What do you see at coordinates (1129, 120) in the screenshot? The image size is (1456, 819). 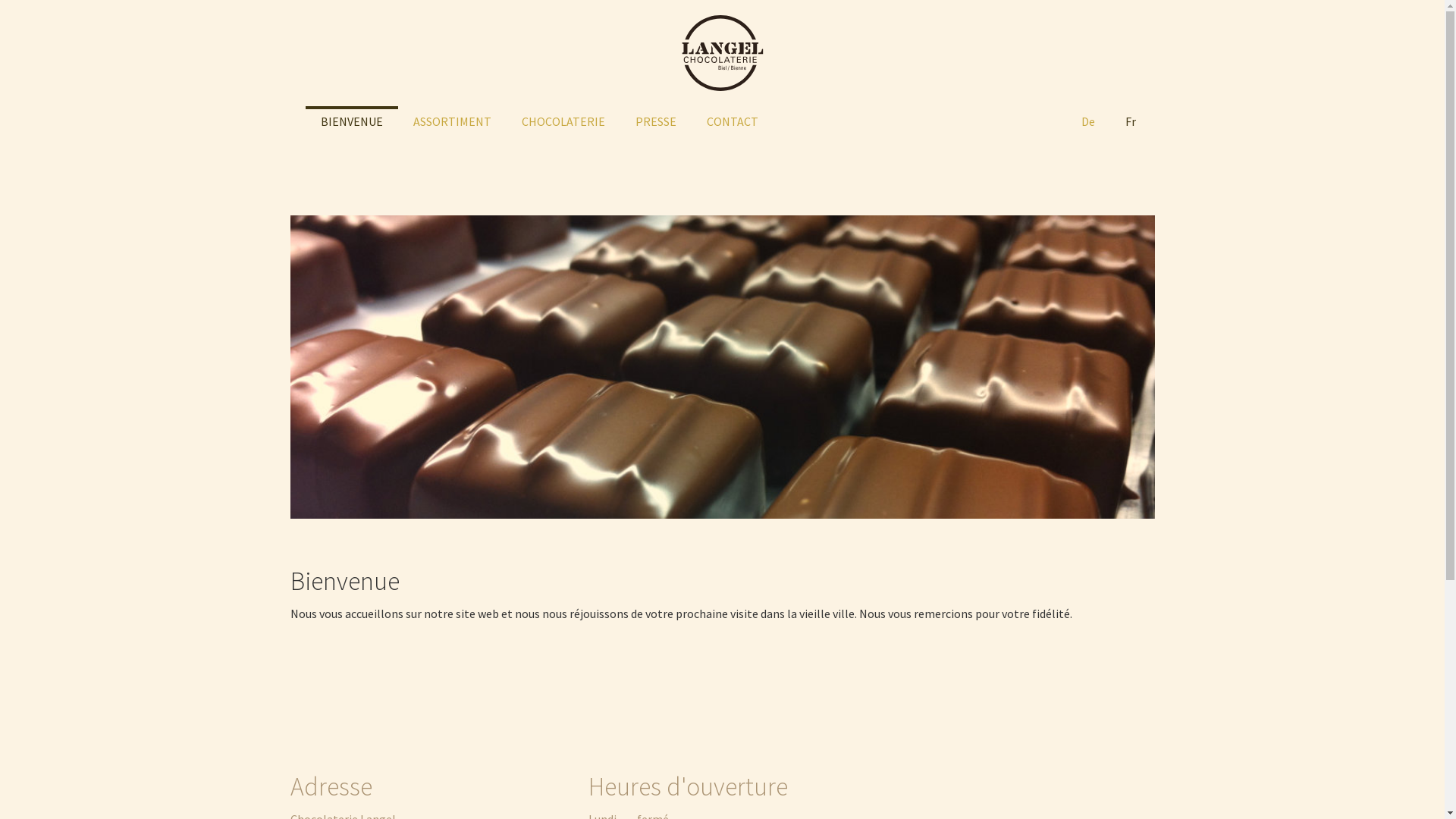 I see `'Fr'` at bounding box center [1129, 120].